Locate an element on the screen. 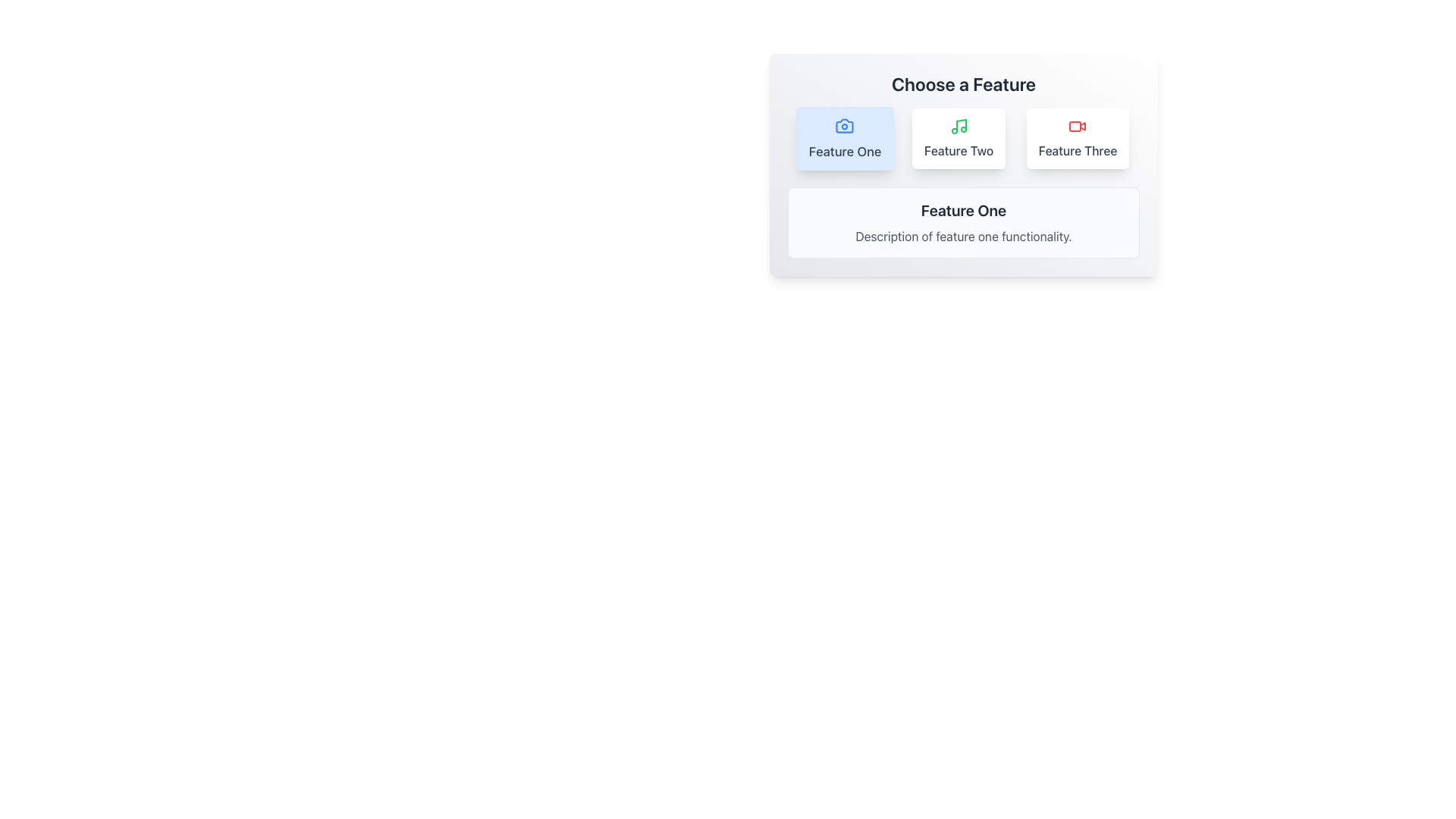 The height and width of the screenshot is (819, 1456). the header text label that indicates the purpose of the section above the three feature buttons is located at coordinates (963, 84).